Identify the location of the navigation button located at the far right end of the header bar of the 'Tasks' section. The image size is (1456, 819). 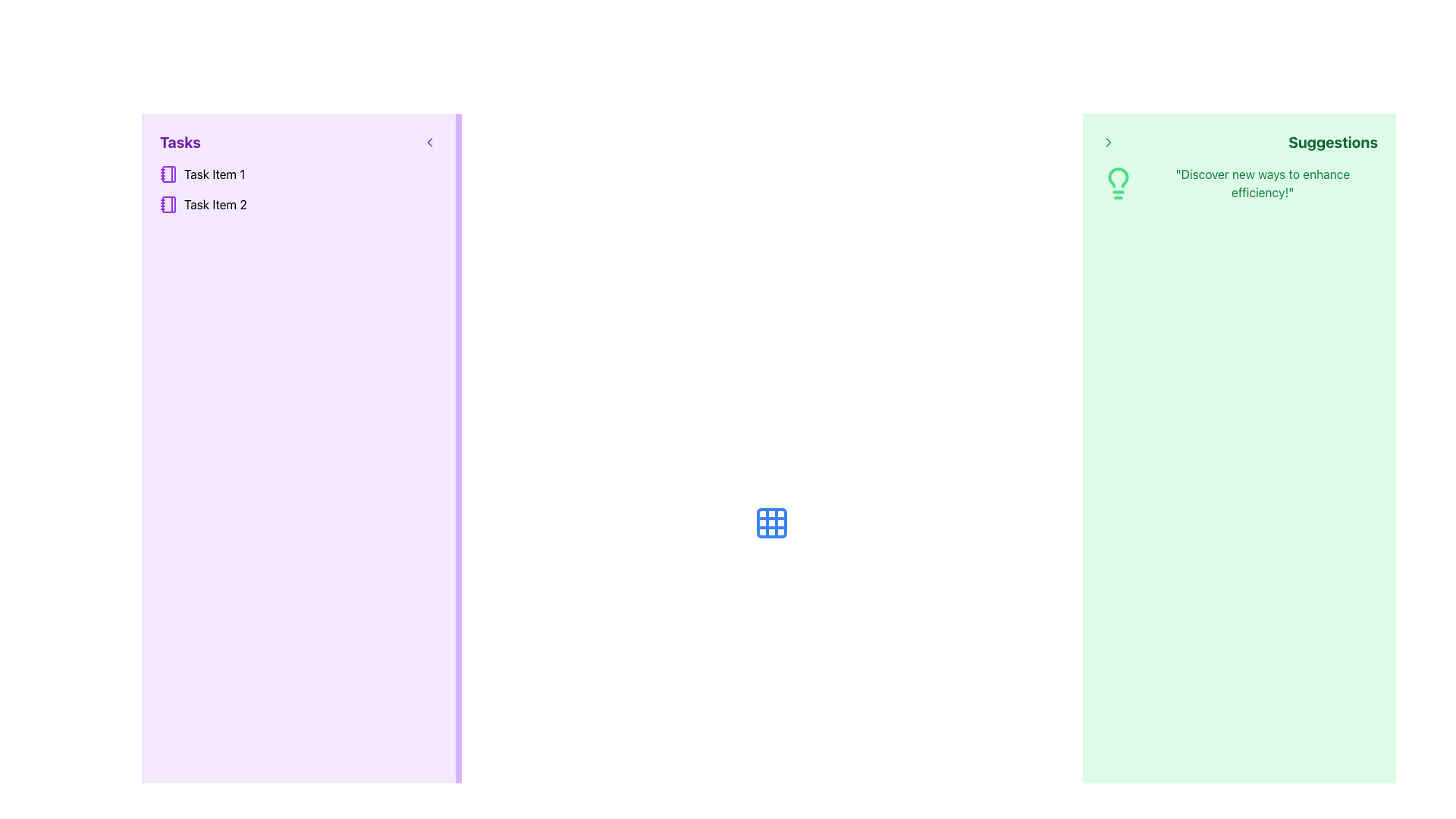
(428, 143).